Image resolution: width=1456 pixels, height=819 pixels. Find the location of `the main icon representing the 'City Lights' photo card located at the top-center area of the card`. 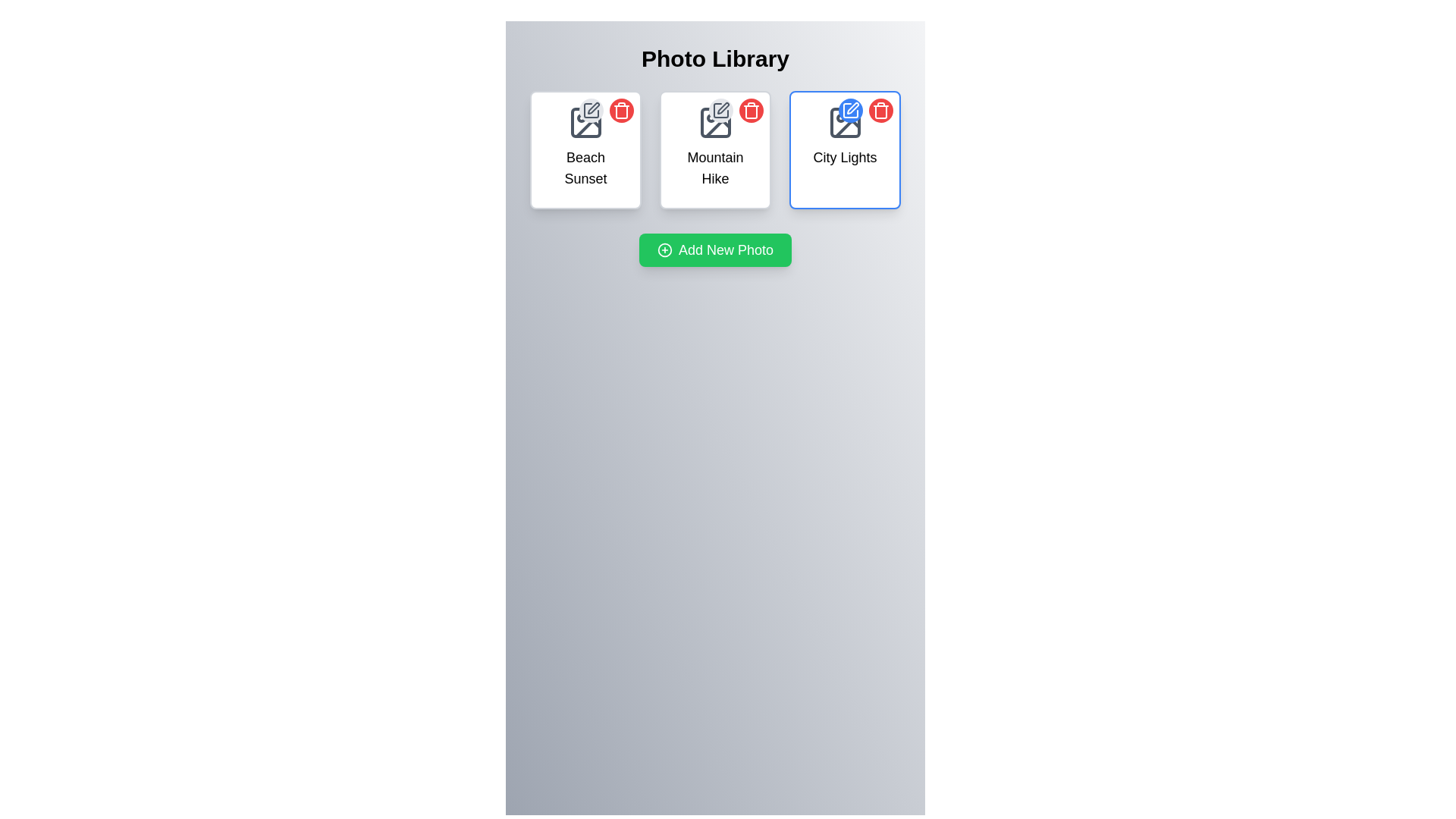

the main icon representing the 'City Lights' photo card located at the top-center area of the card is located at coordinates (844, 122).